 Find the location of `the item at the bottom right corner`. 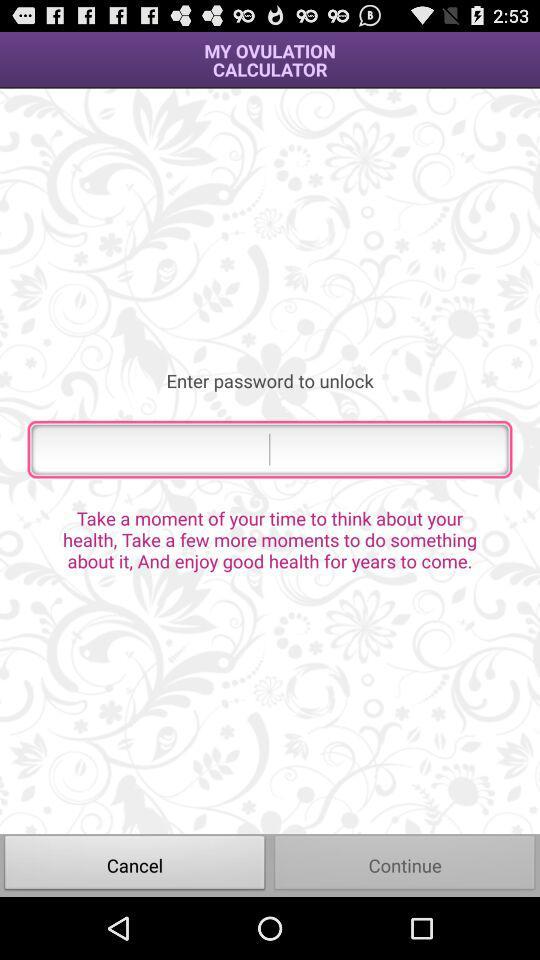

the item at the bottom right corner is located at coordinates (405, 864).